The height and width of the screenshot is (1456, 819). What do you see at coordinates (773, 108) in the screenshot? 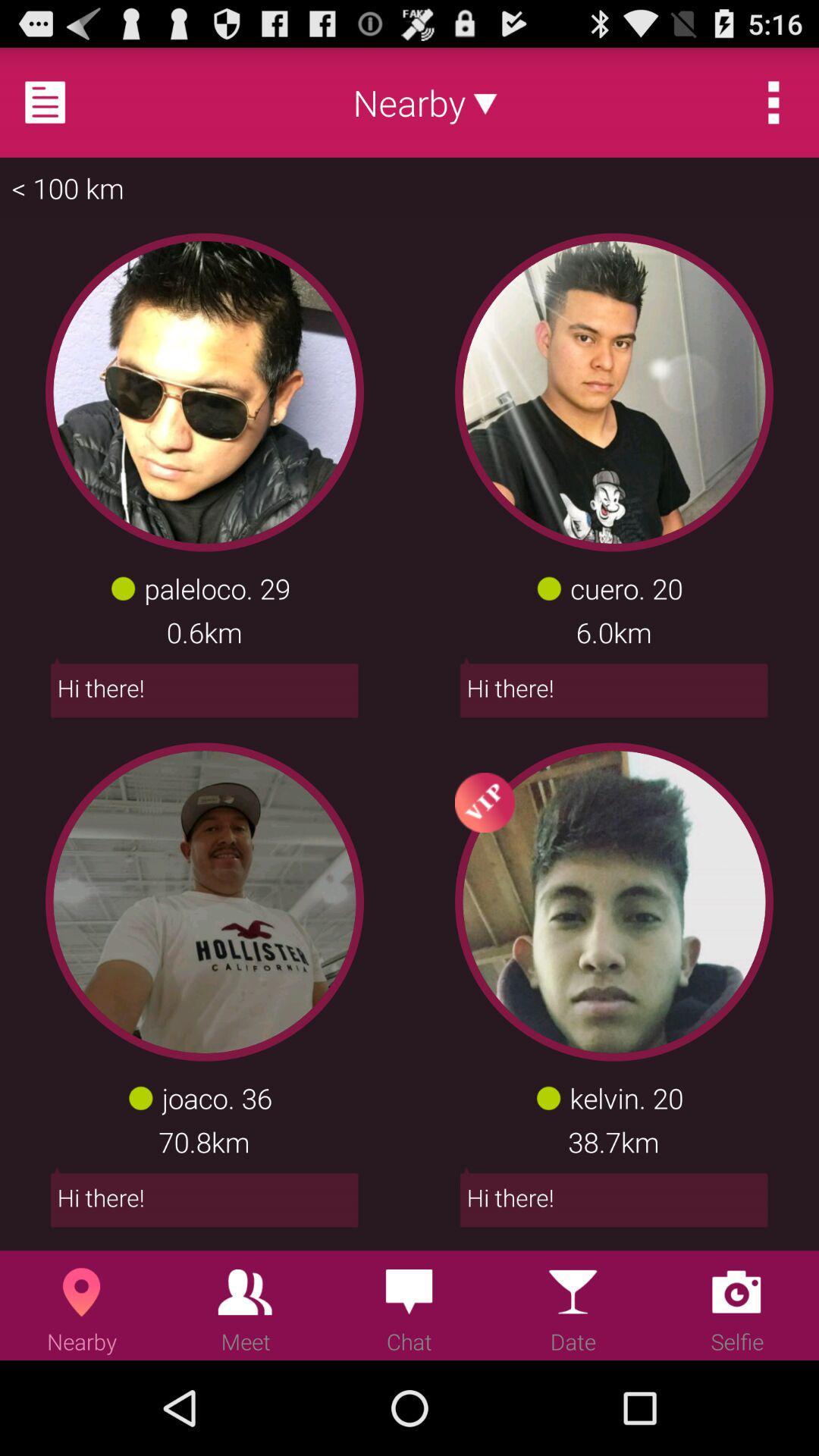
I see `the more icon` at bounding box center [773, 108].